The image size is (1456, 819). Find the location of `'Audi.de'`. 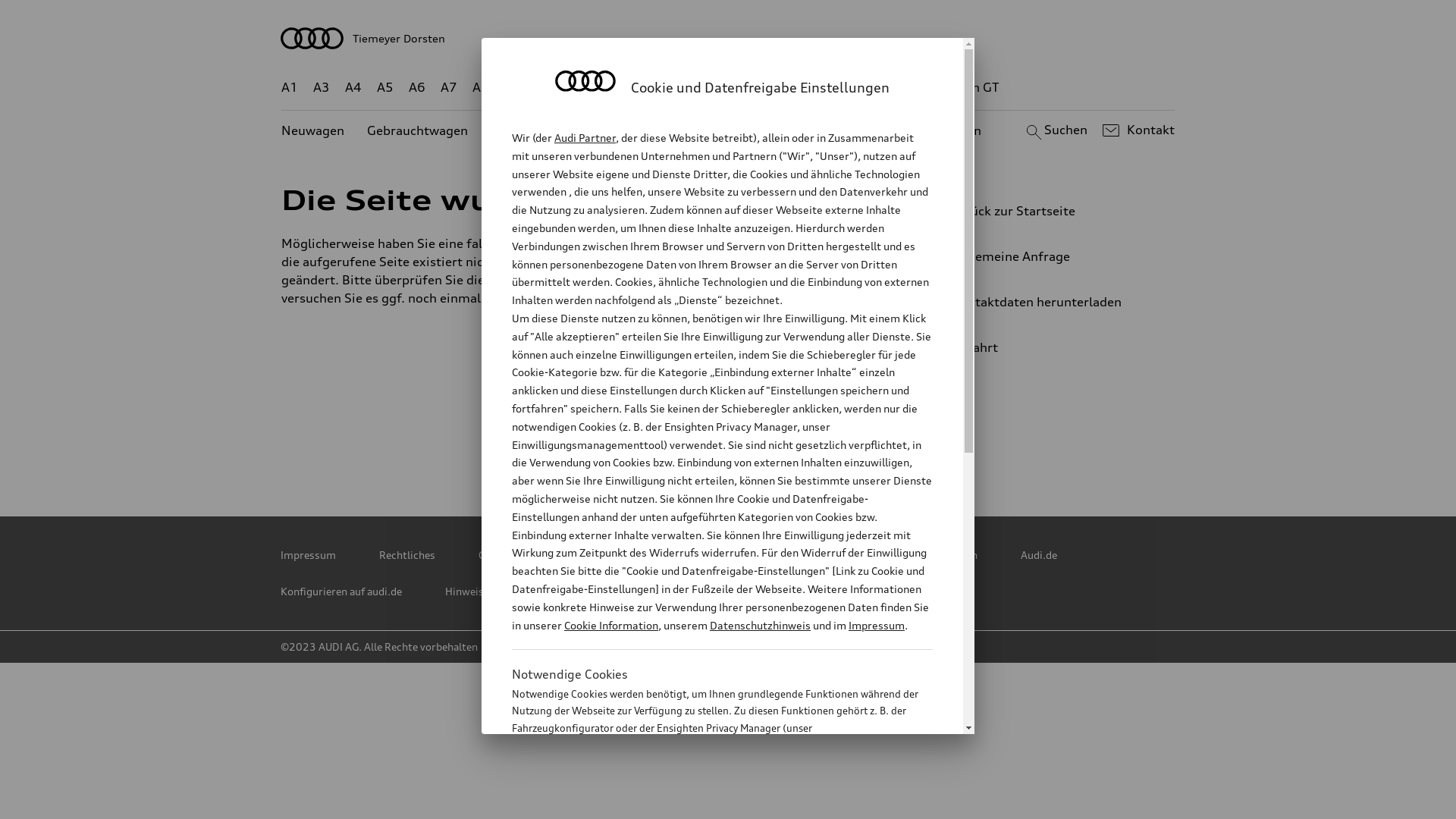

'Audi.de' is located at coordinates (1037, 555).